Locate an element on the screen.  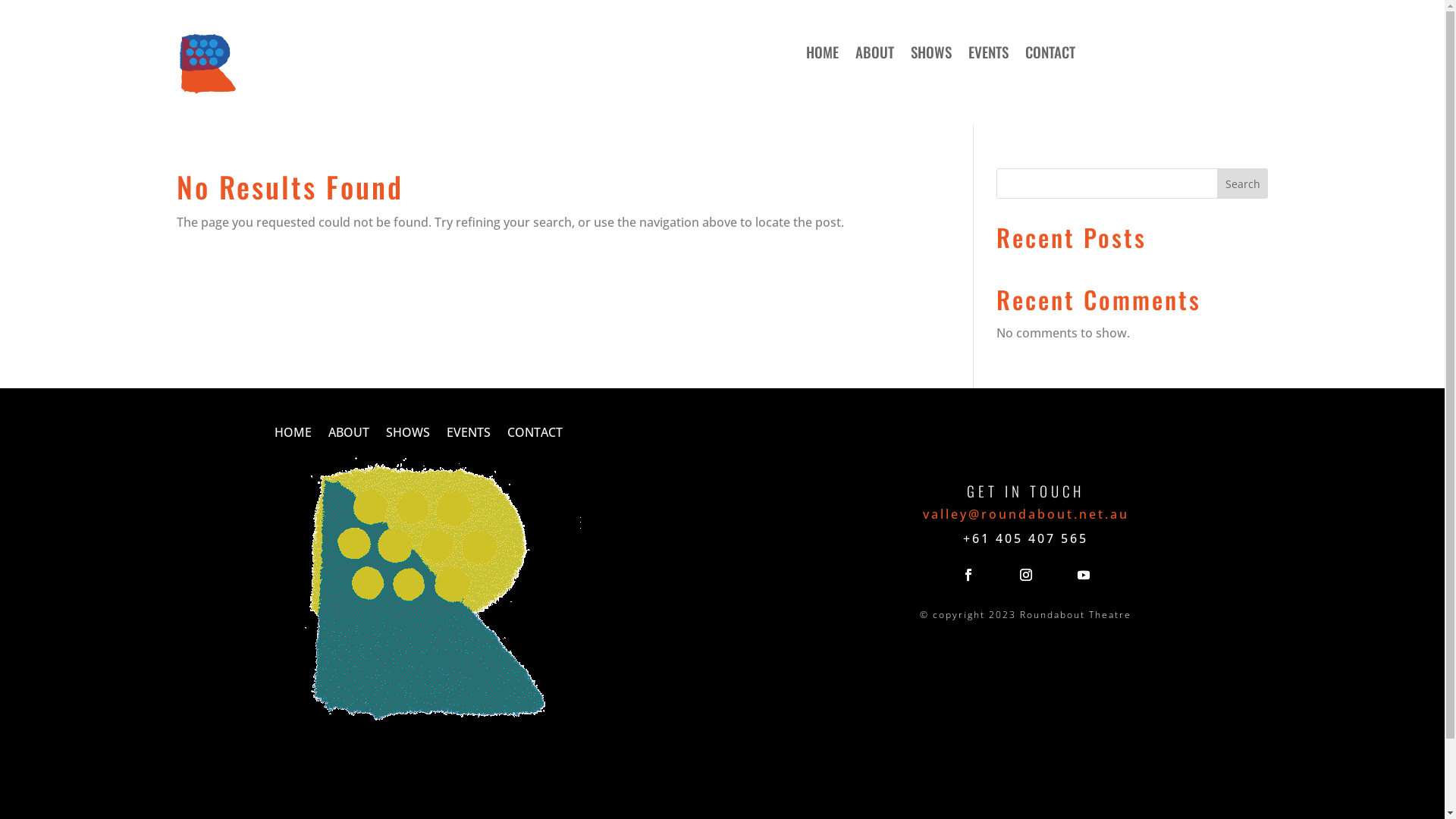
'ra-logo' is located at coordinates (175, 63).